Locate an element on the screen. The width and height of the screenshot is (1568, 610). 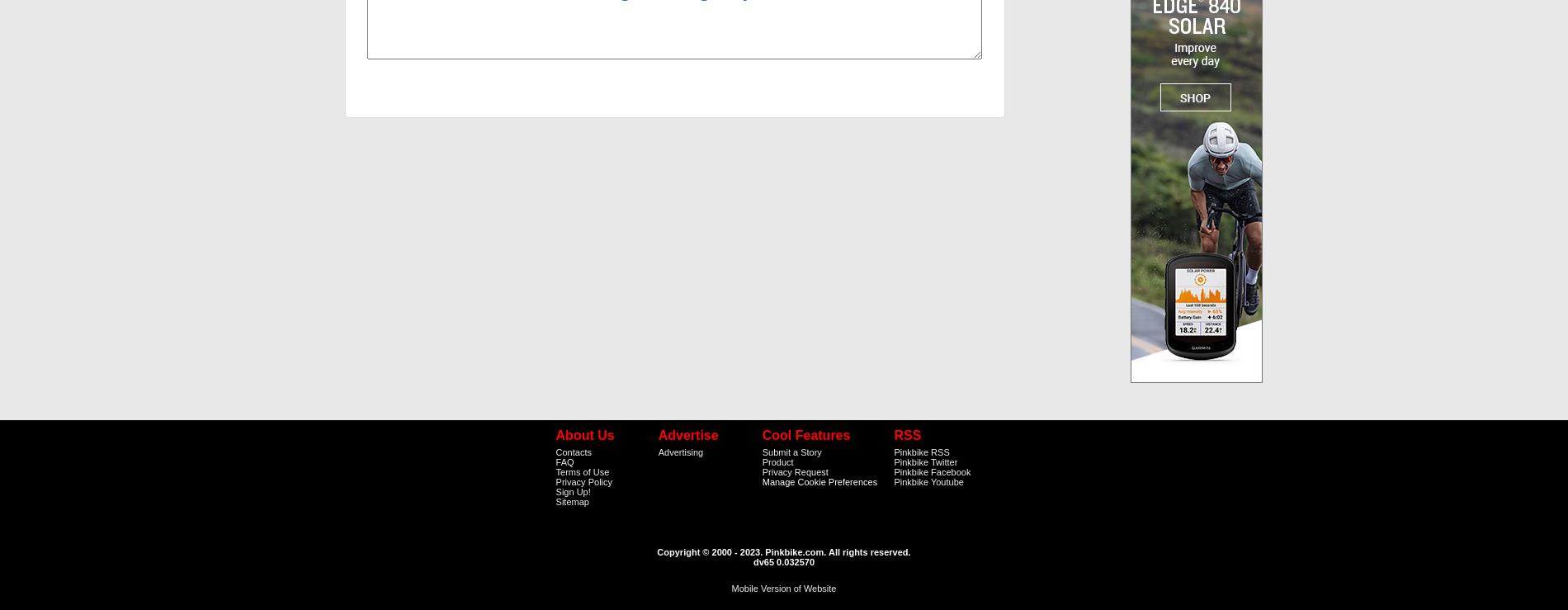
'Advertising' is located at coordinates (657, 451).